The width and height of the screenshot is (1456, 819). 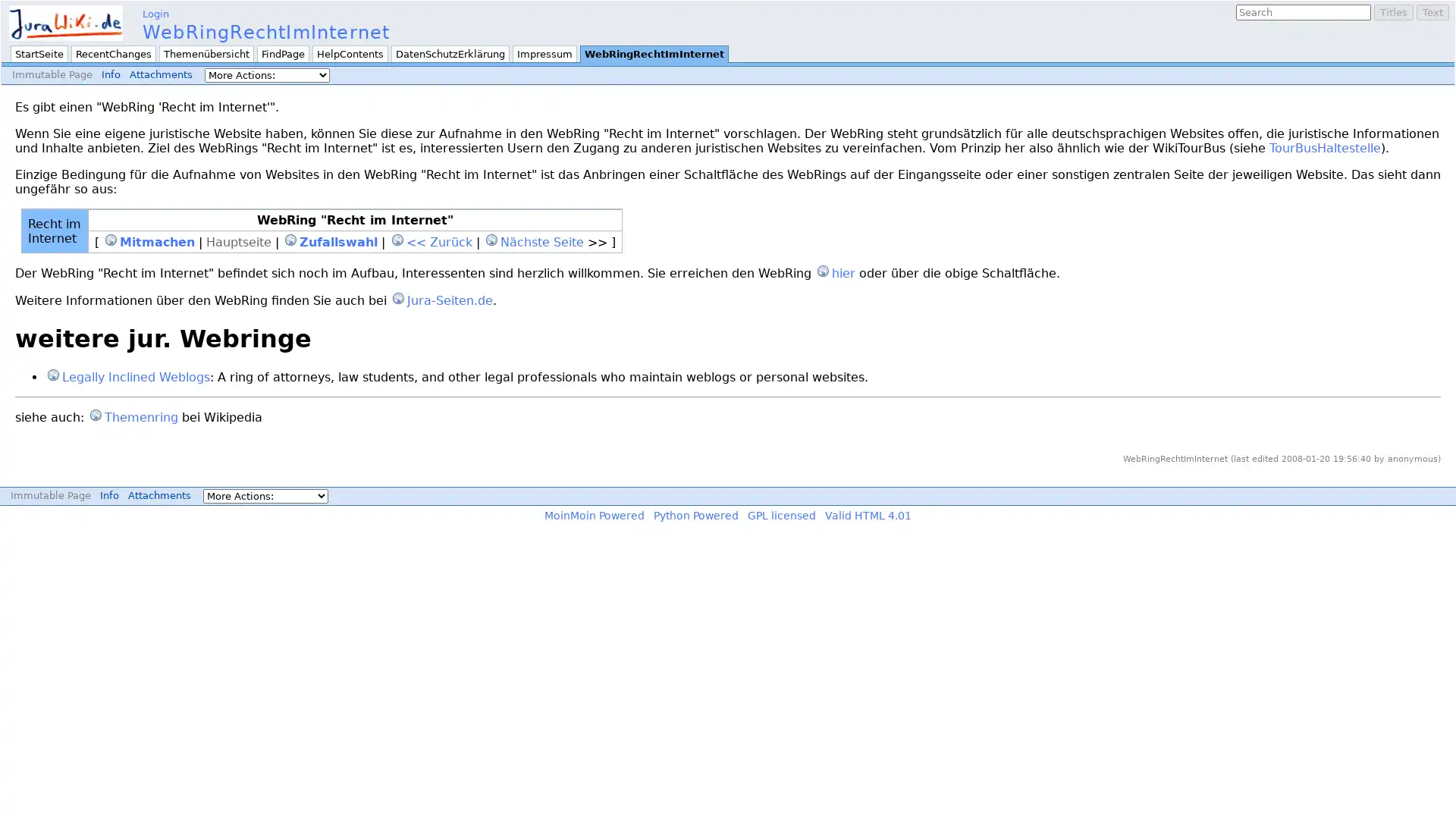 I want to click on Titles, so click(x=1394, y=12).